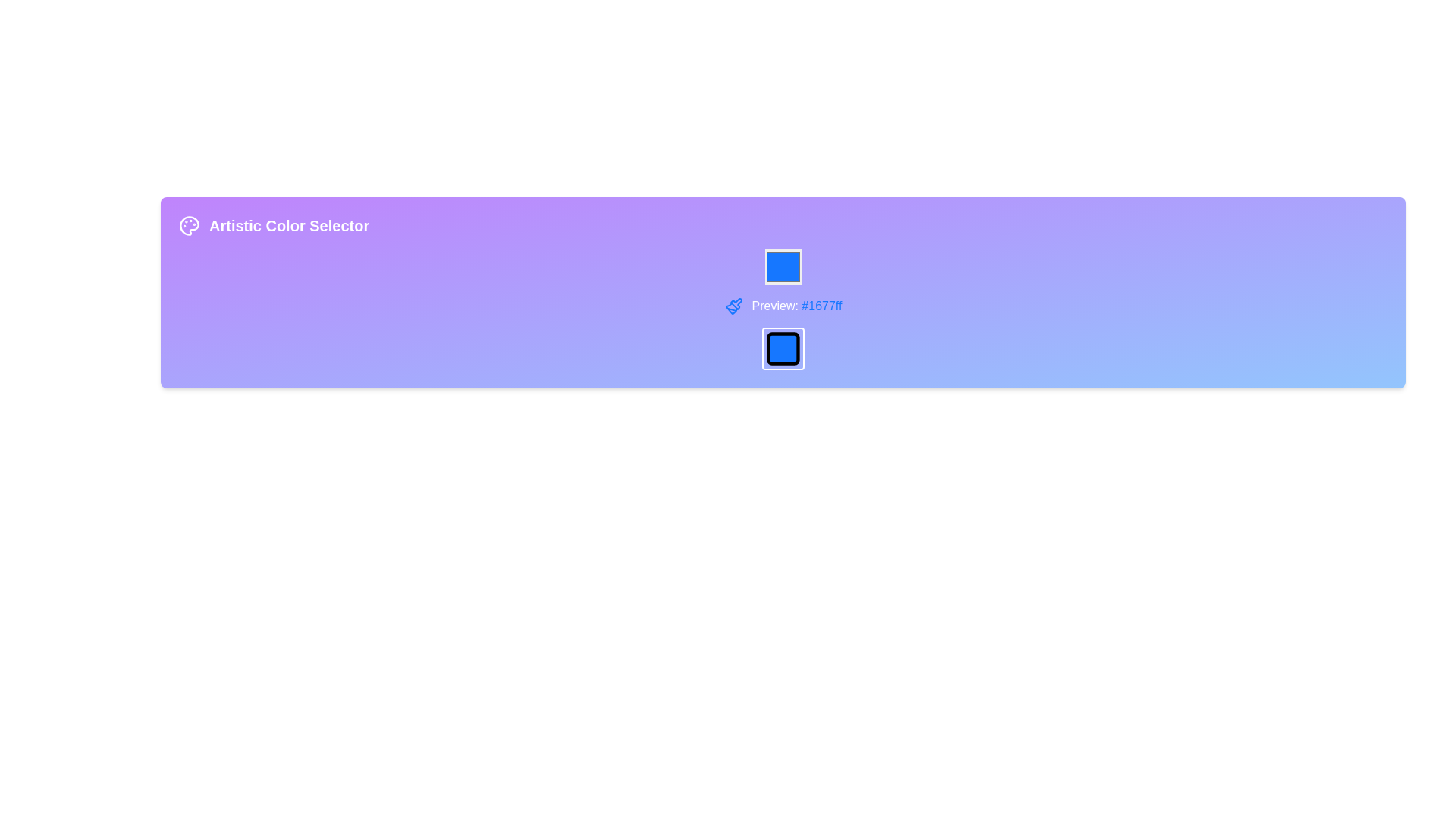 The image size is (1456, 819). What do you see at coordinates (783, 306) in the screenshot?
I see `the Text Label with Icon that displays the color preview '#1677ff' and includes a paintbrush icon, located centrally below the color picker` at bounding box center [783, 306].